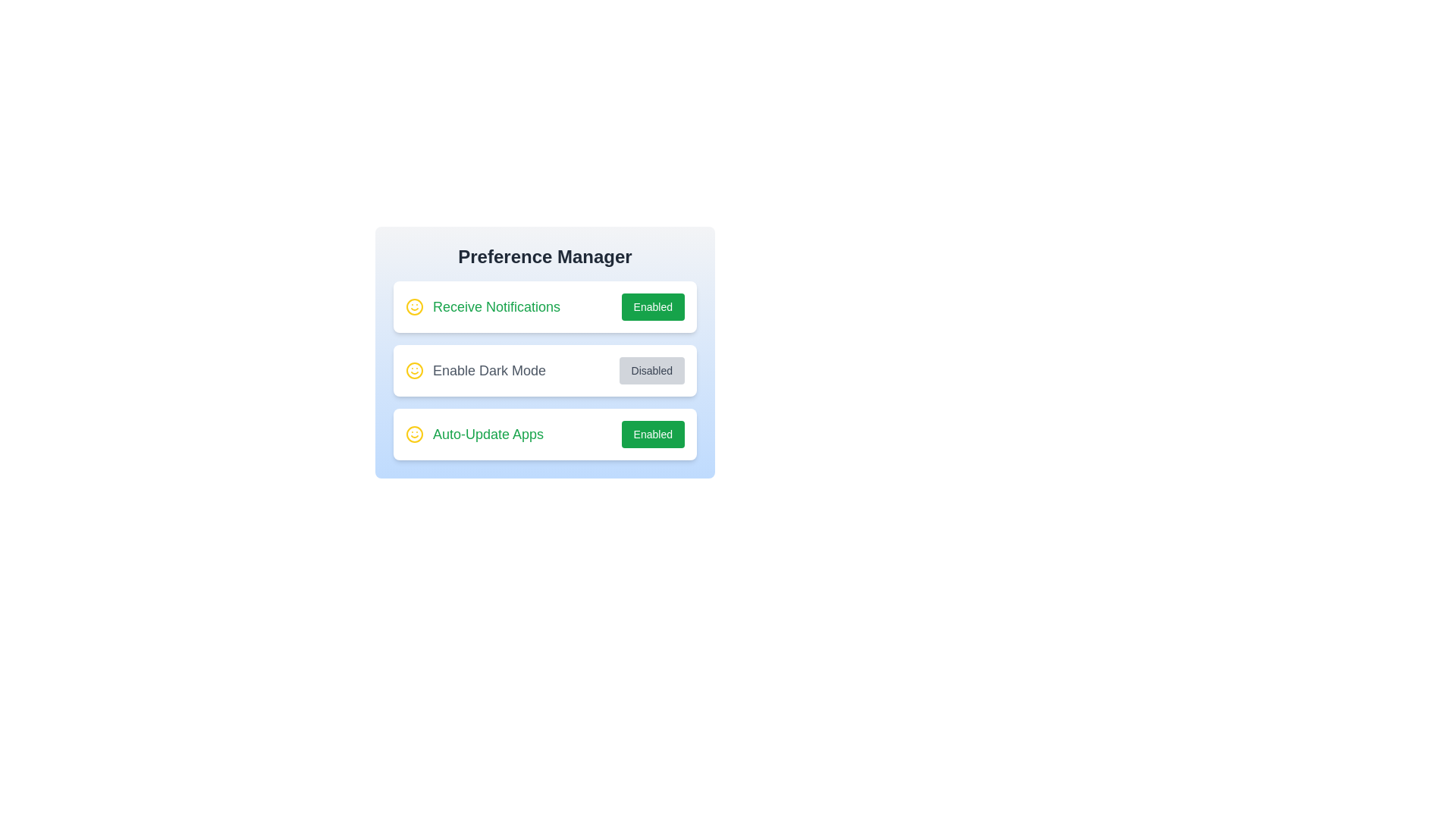  What do you see at coordinates (415, 371) in the screenshot?
I see `the smiley icon associated with the preference 'Enable Dark Mode' to explore its interaction` at bounding box center [415, 371].